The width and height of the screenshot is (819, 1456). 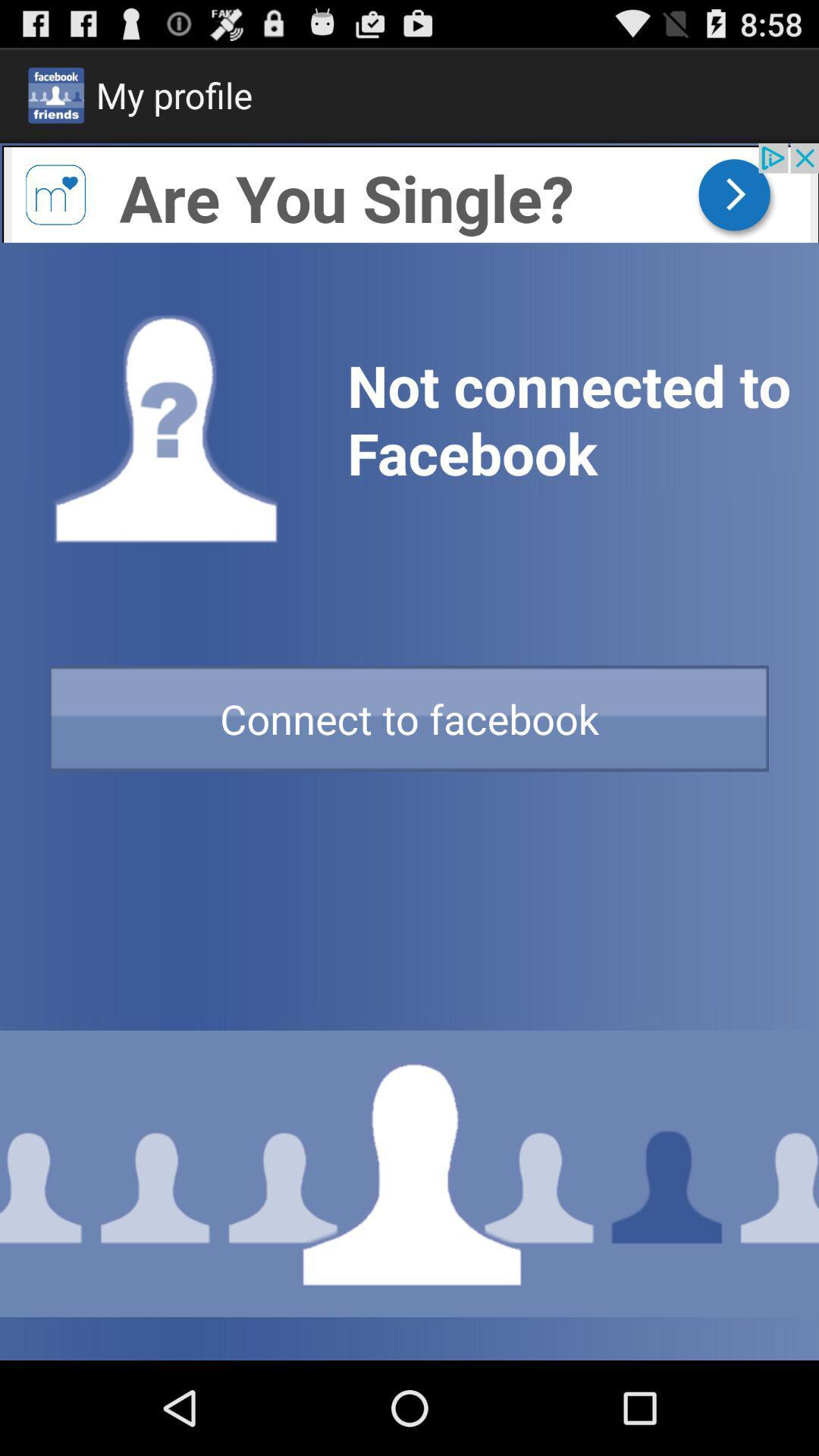 What do you see at coordinates (409, 192) in the screenshot?
I see `advertise banner` at bounding box center [409, 192].